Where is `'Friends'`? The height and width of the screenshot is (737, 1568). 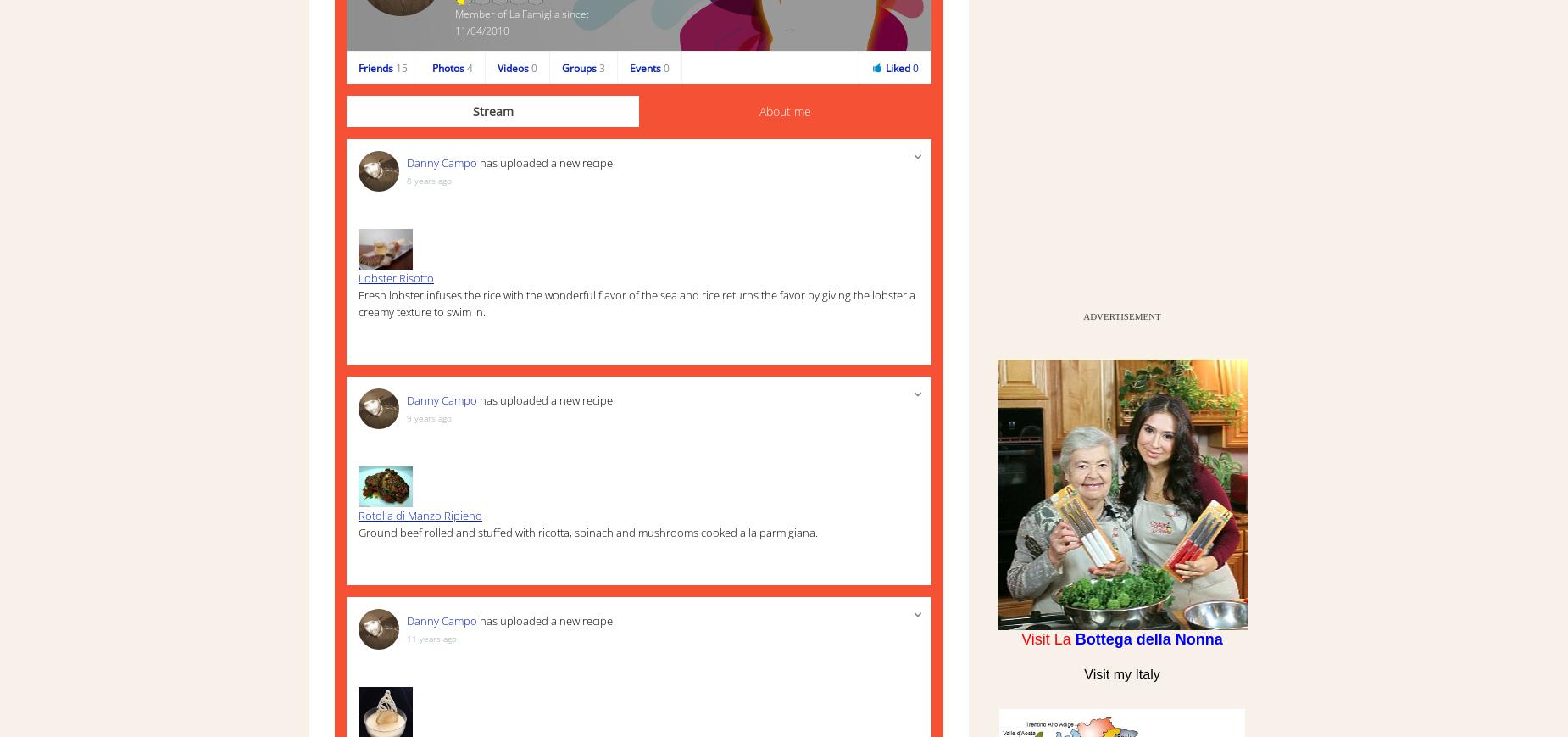
'Friends' is located at coordinates (375, 66).